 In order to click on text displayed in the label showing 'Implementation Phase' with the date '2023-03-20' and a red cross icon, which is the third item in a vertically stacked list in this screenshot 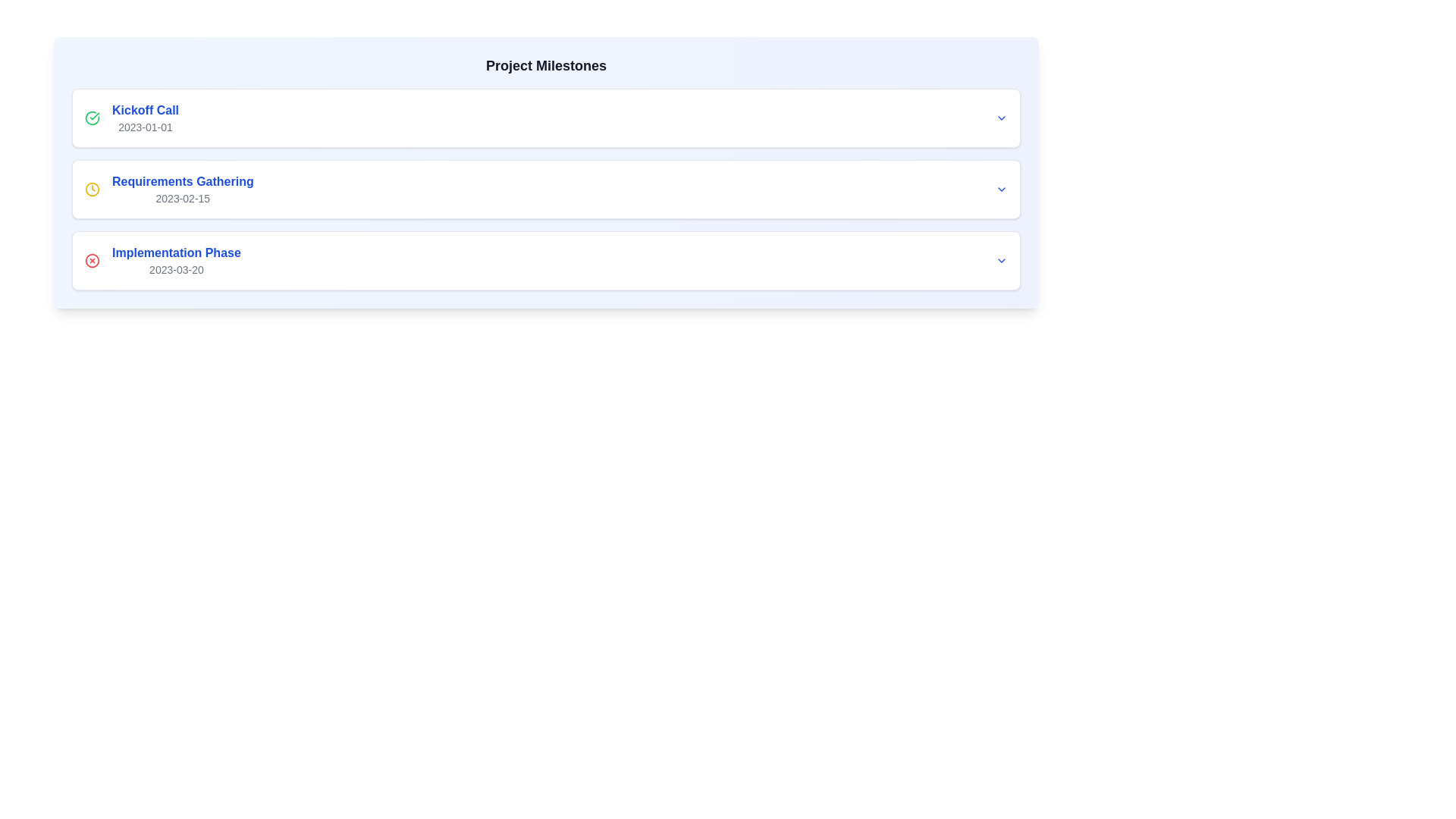, I will do `click(162, 259)`.